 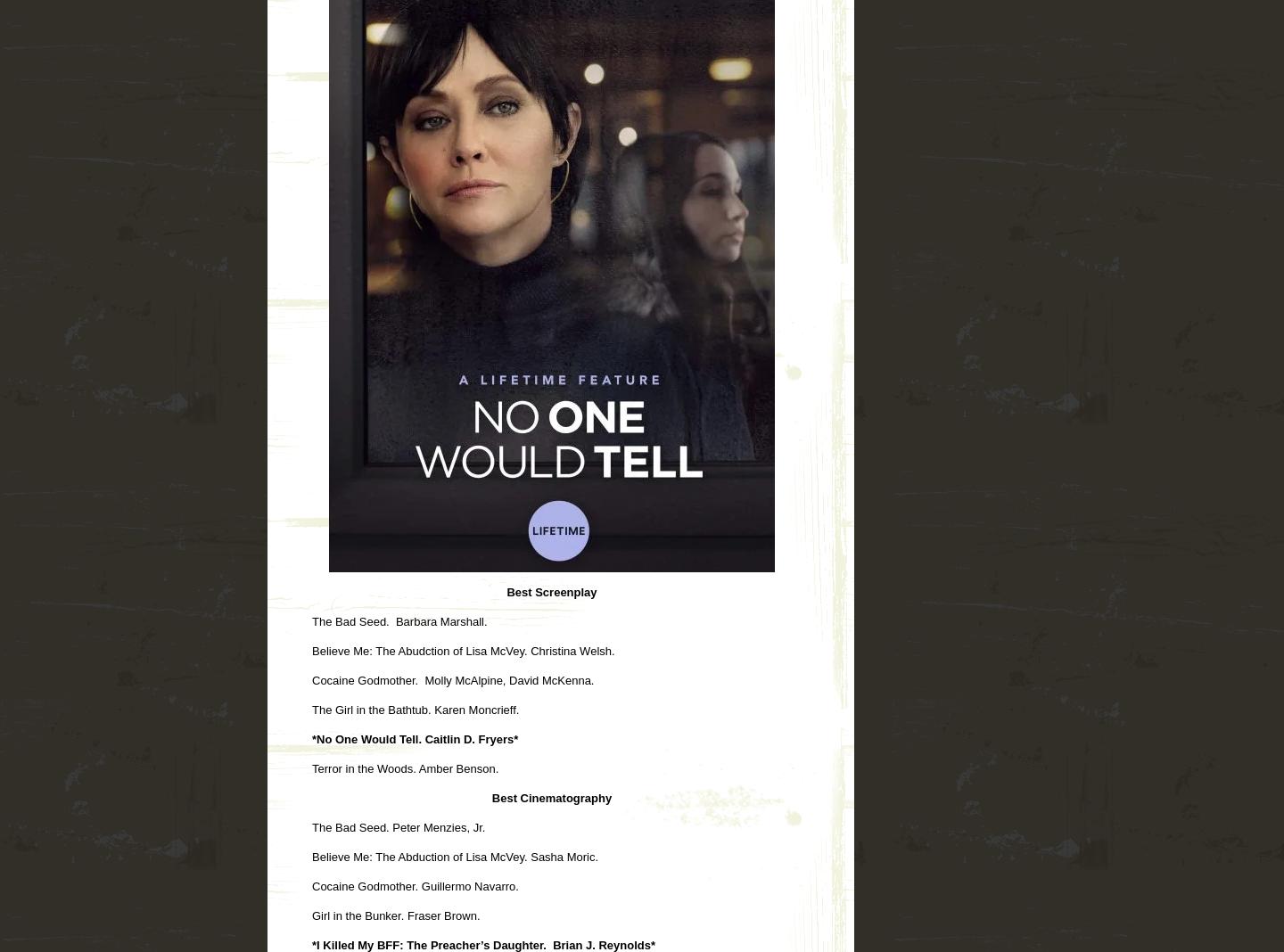 I want to click on 'The Bad Seed. Peter Menzies, Jr.', so click(x=312, y=825).